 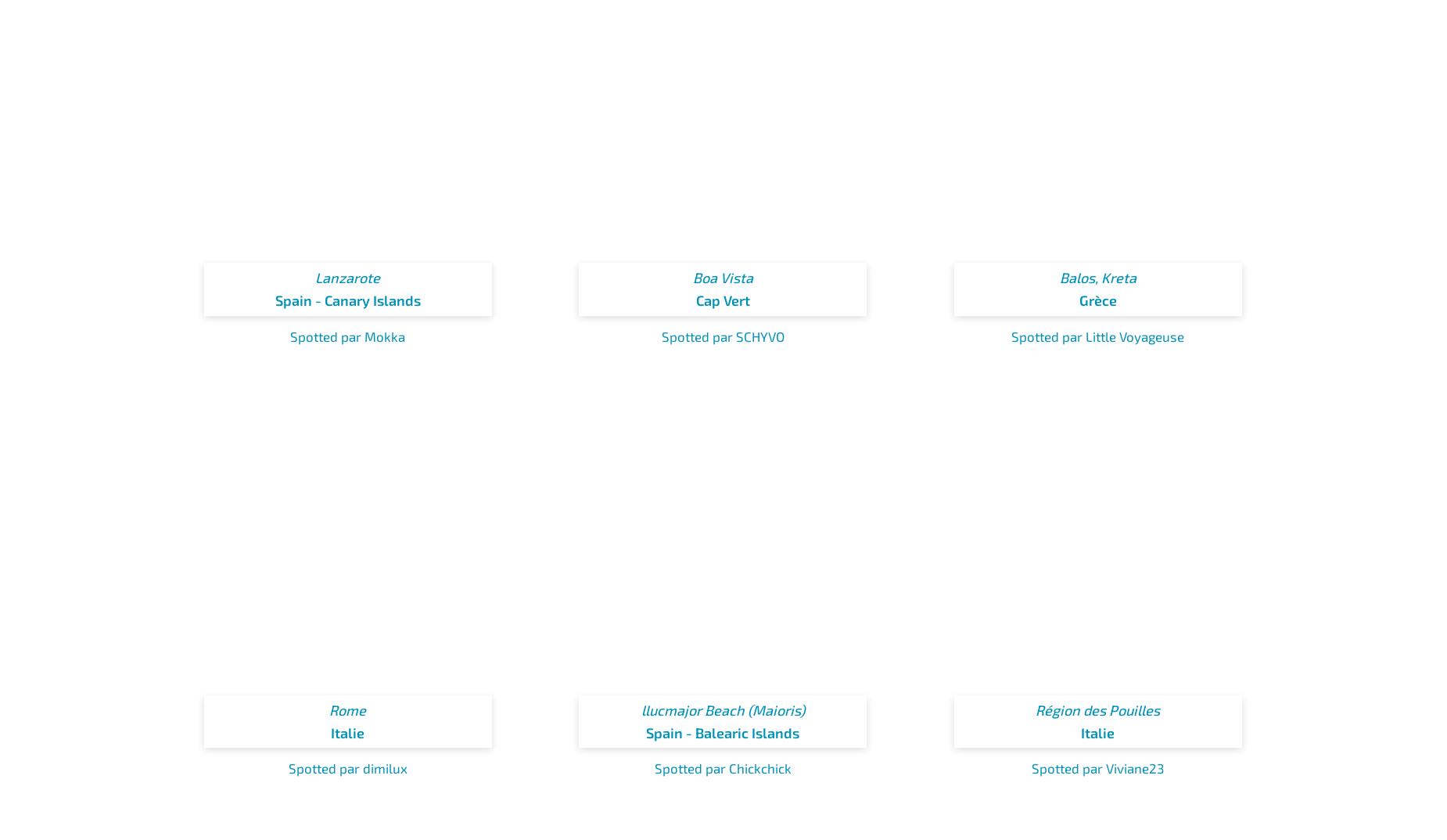 I want to click on 'Grèce', so click(x=1097, y=300).